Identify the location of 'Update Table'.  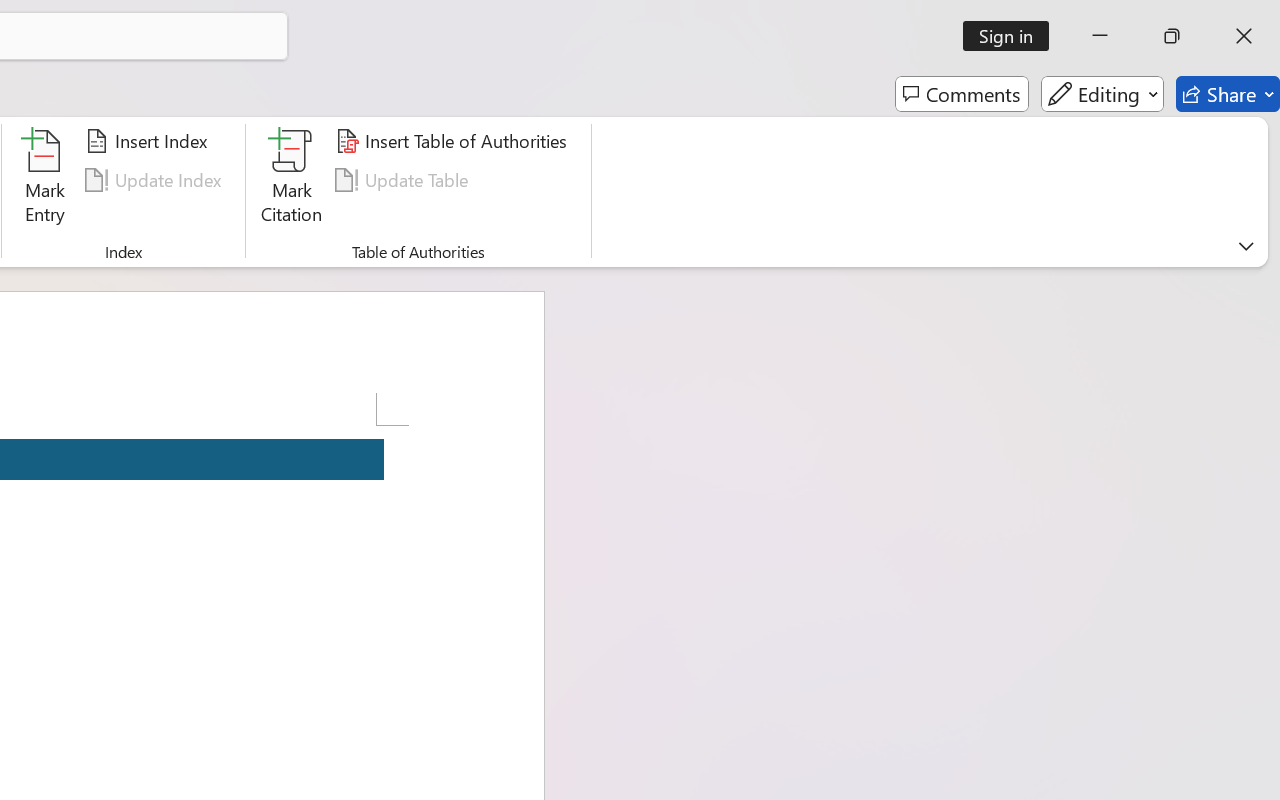
(404, 179).